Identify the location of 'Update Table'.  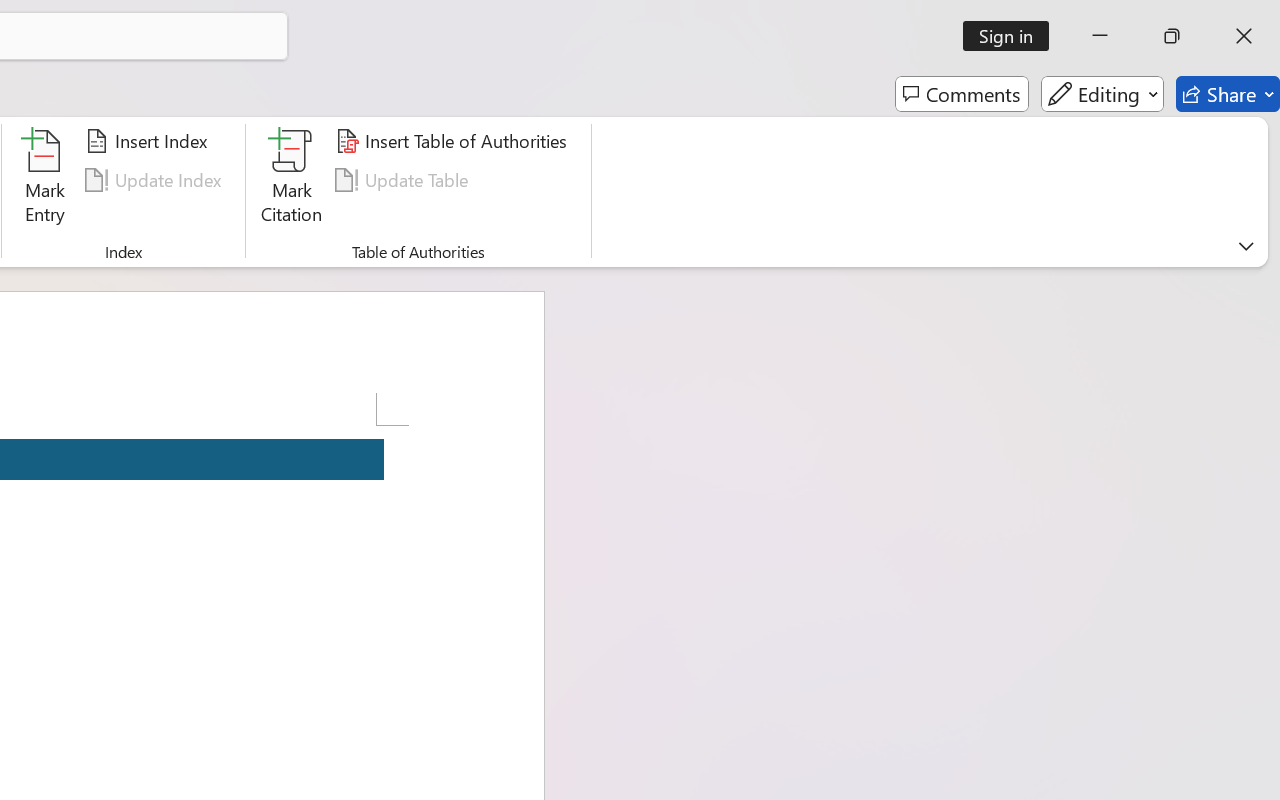
(404, 179).